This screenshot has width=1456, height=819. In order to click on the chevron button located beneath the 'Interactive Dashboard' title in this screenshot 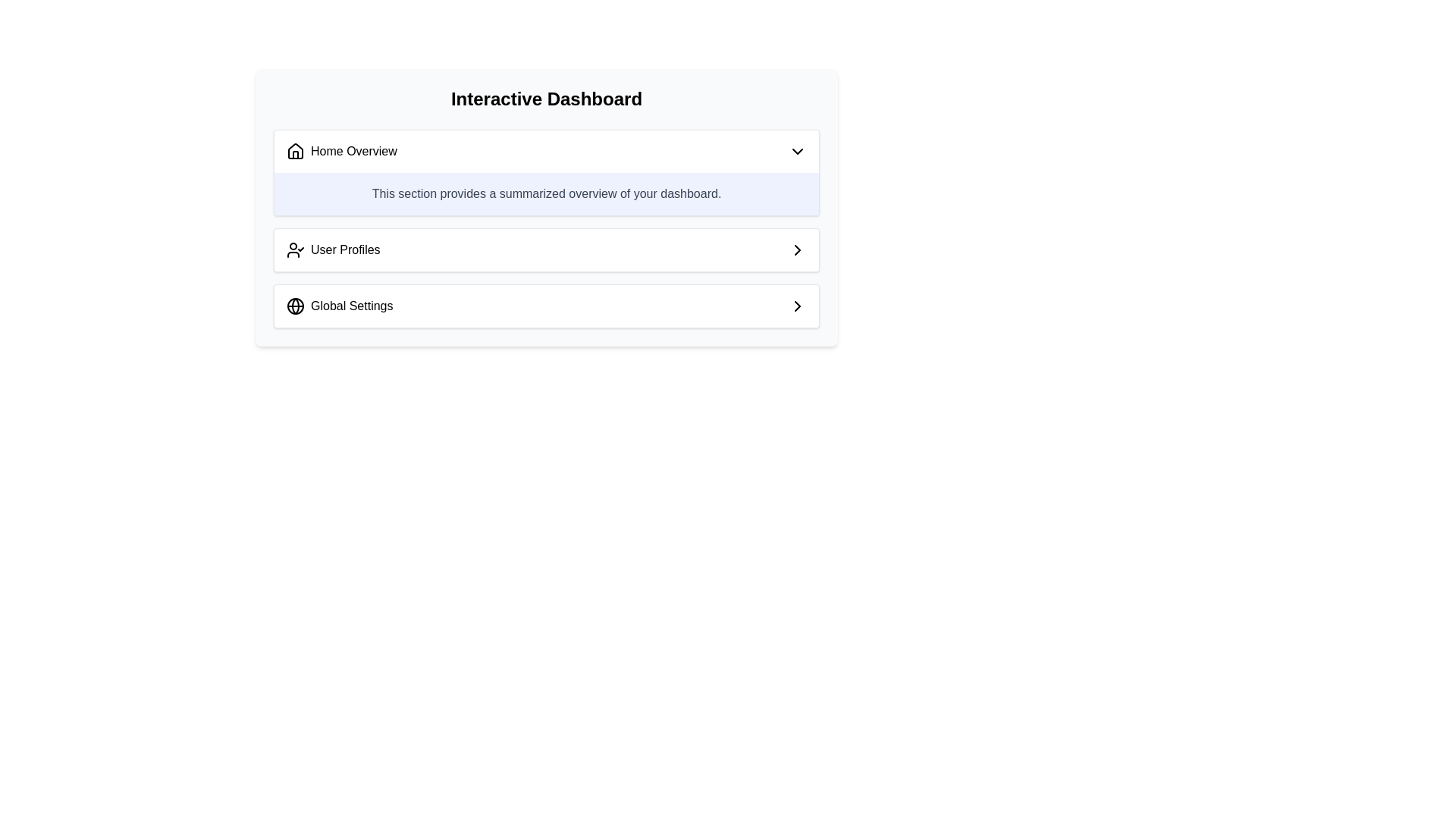, I will do `click(546, 152)`.